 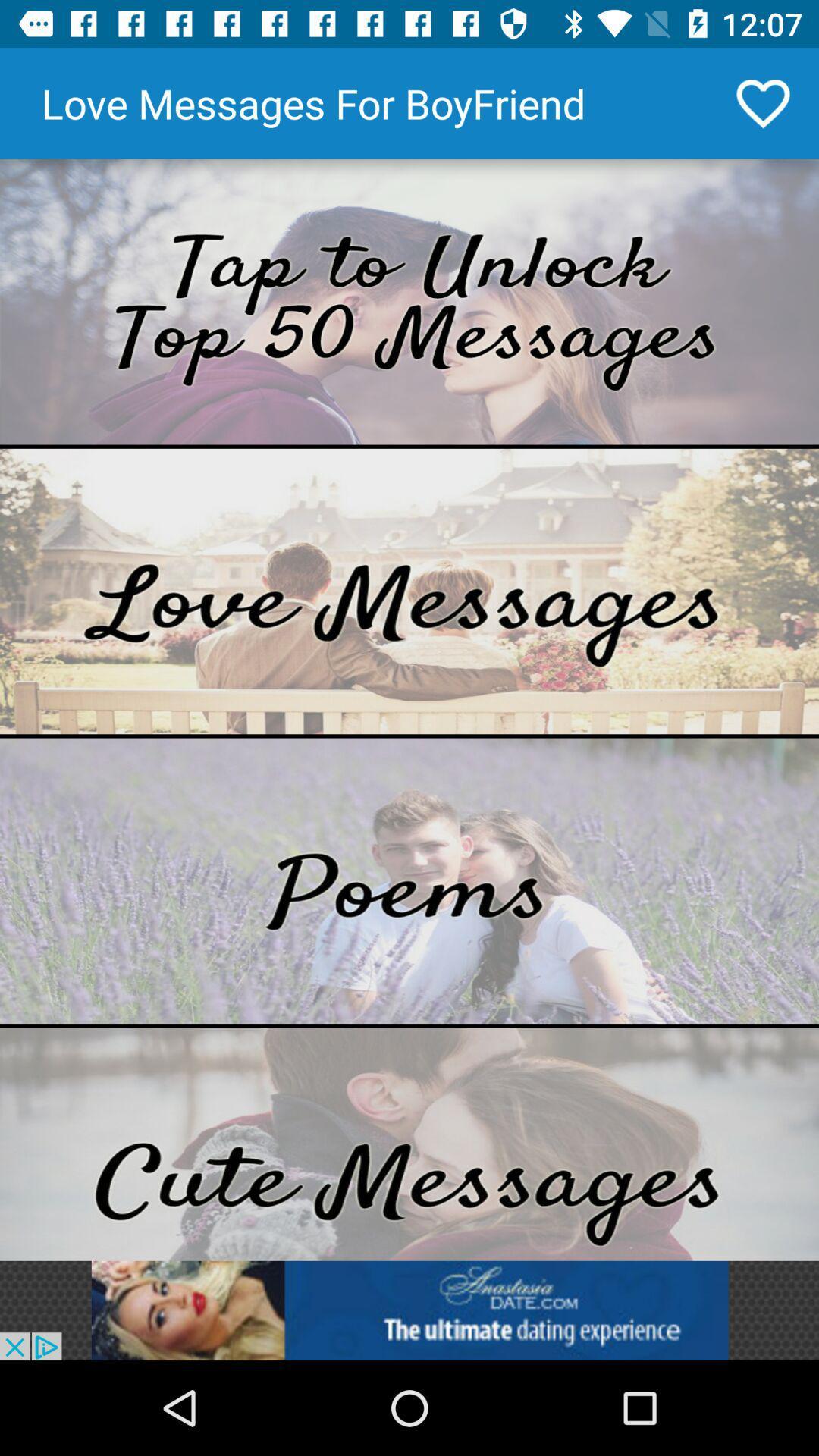 What do you see at coordinates (409, 1144) in the screenshot?
I see `messages` at bounding box center [409, 1144].